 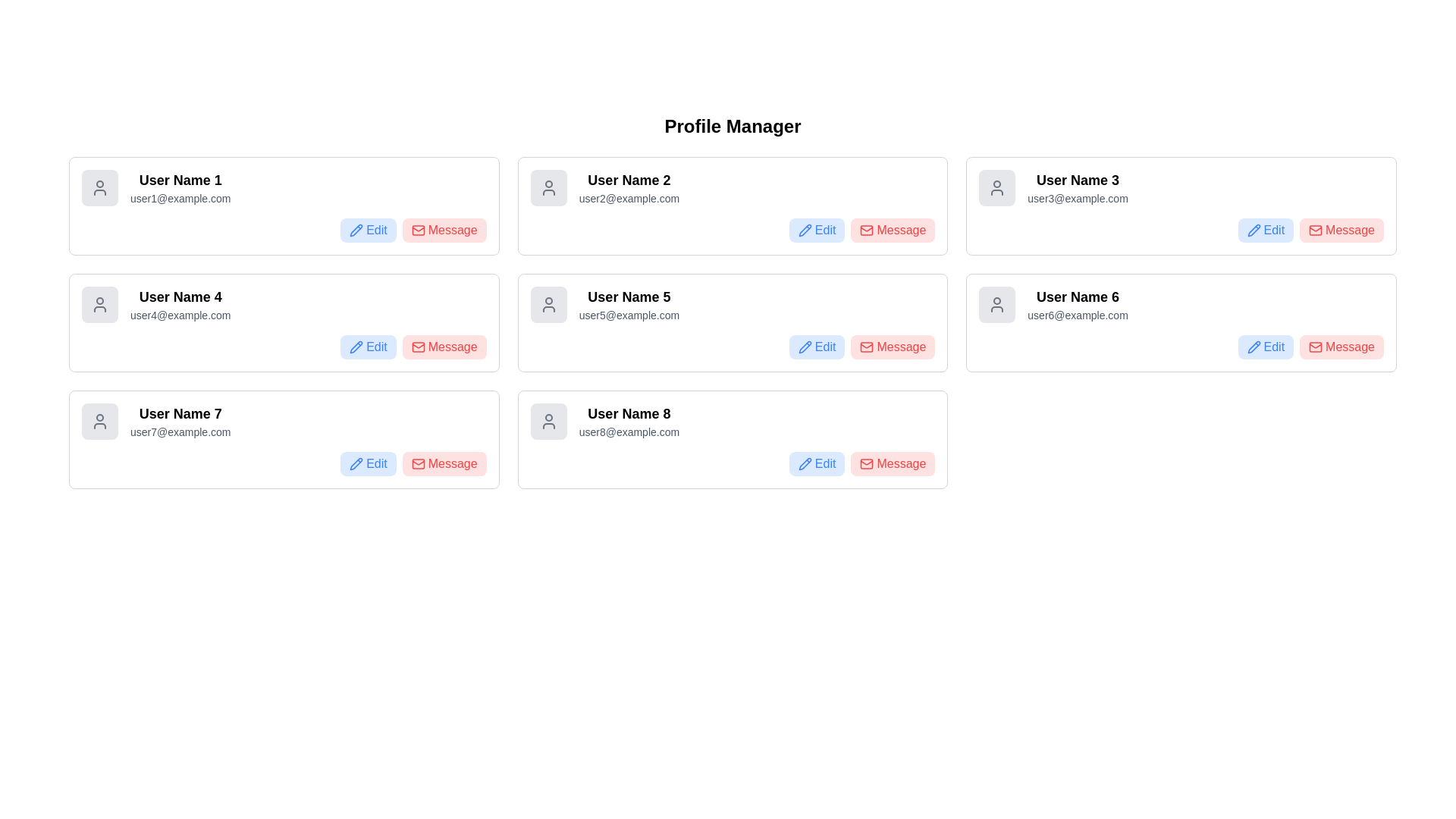 I want to click on the 'Message' text label styled in red color within the rounded rectangular button located in the user profile card for 'User Name 6', positioned next to the blue 'Edit' button, so click(x=1350, y=347).